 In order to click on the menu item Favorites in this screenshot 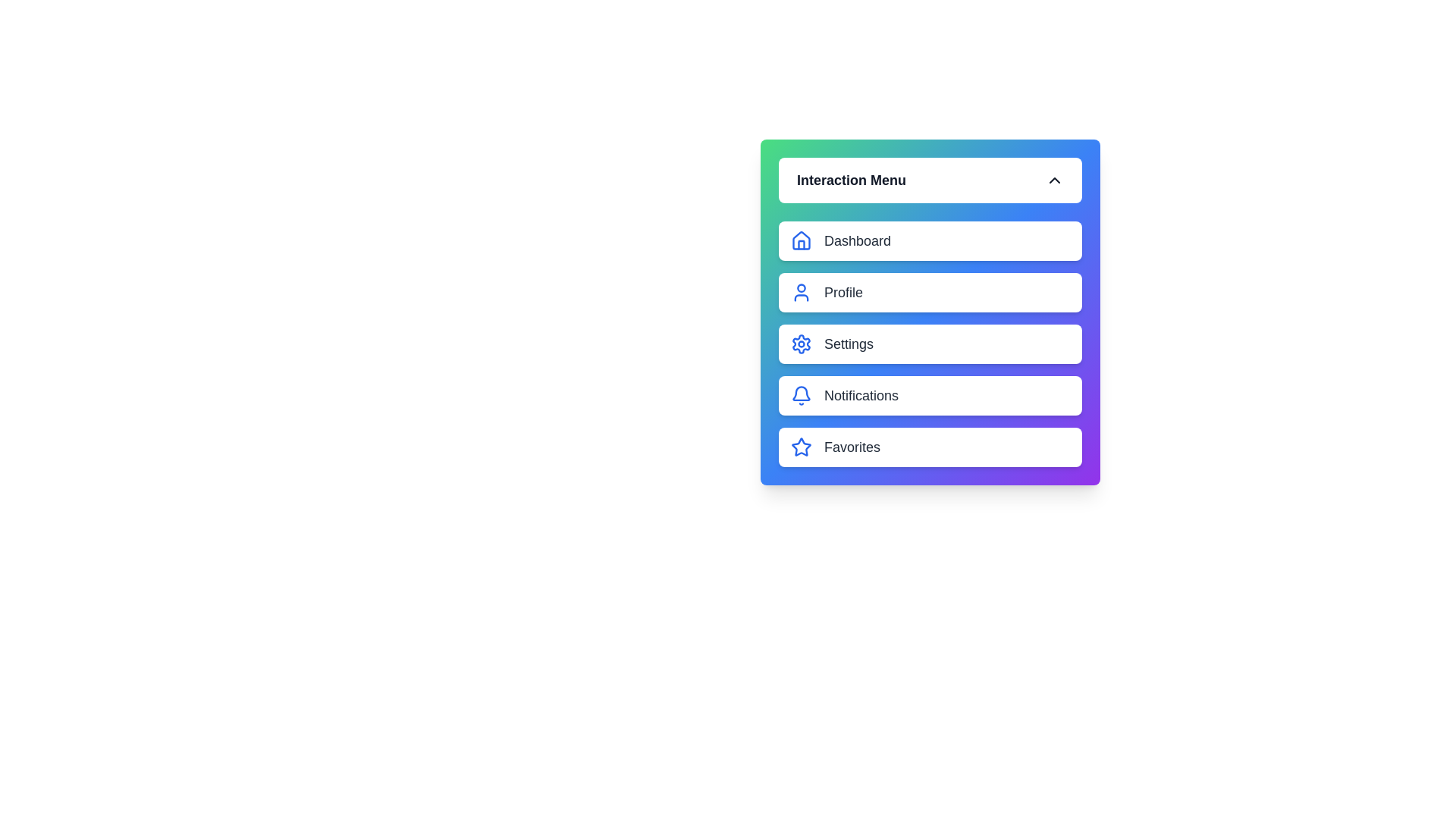, I will do `click(930, 447)`.